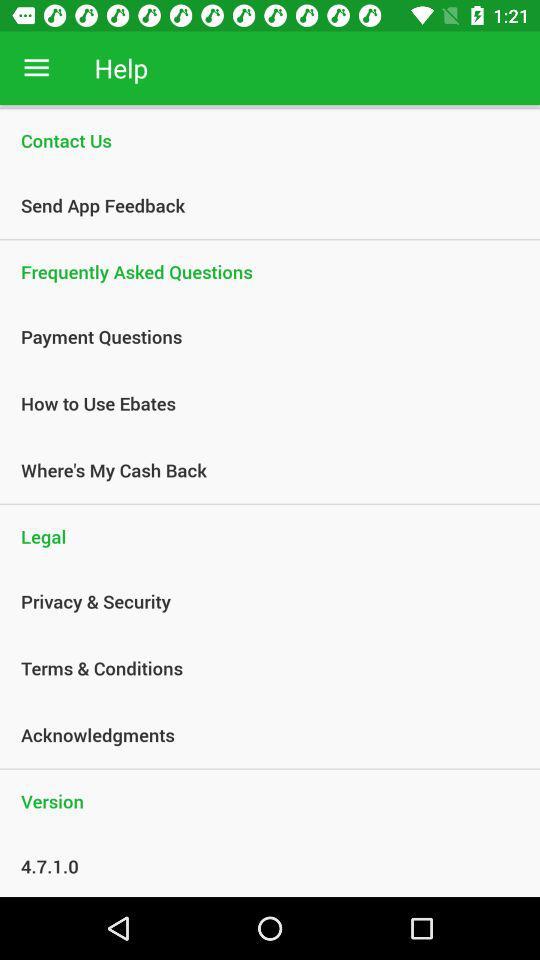 Image resolution: width=540 pixels, height=960 pixels. What do you see at coordinates (270, 270) in the screenshot?
I see `the item above payment questions icon` at bounding box center [270, 270].